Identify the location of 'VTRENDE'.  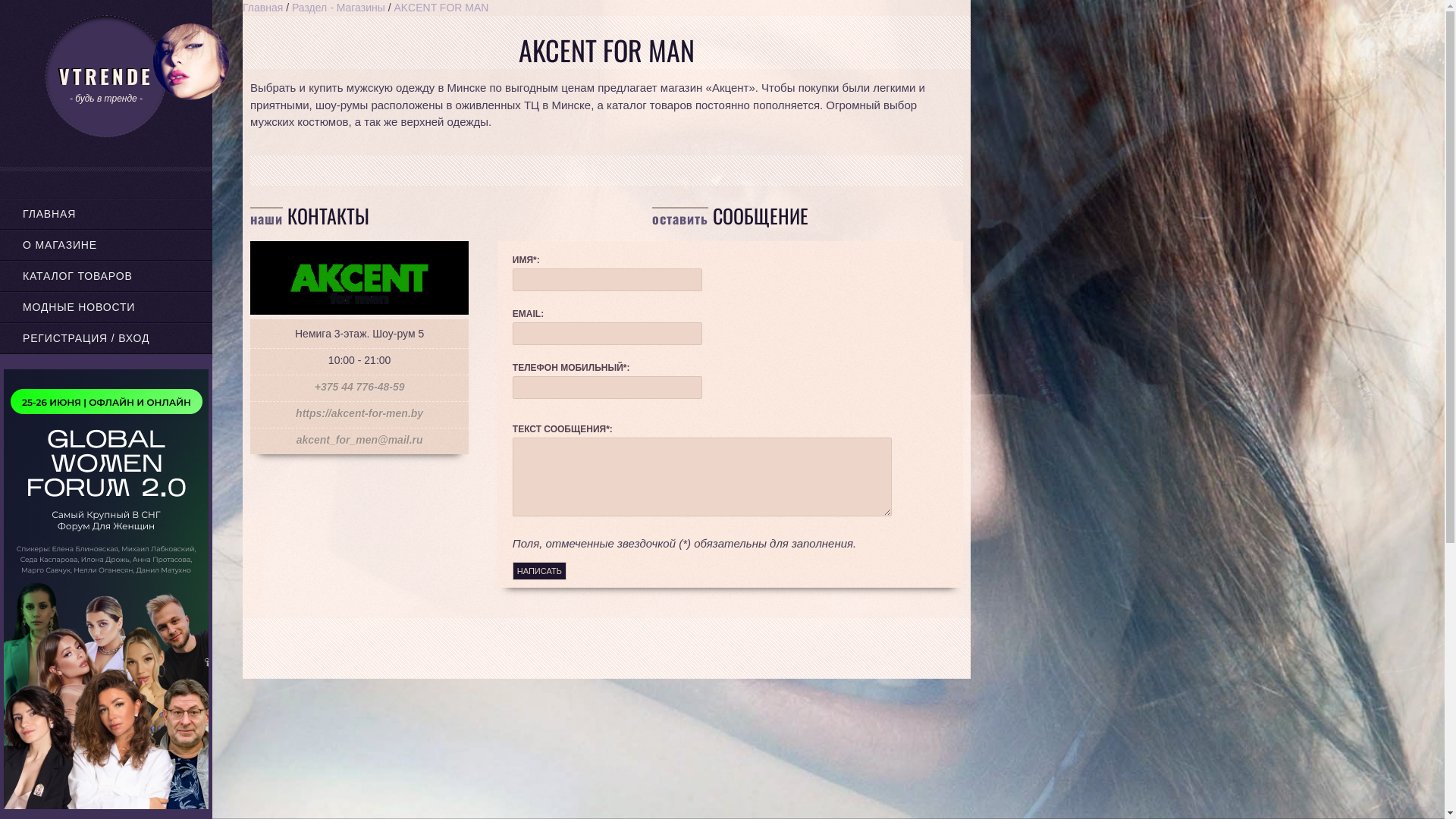
(105, 76).